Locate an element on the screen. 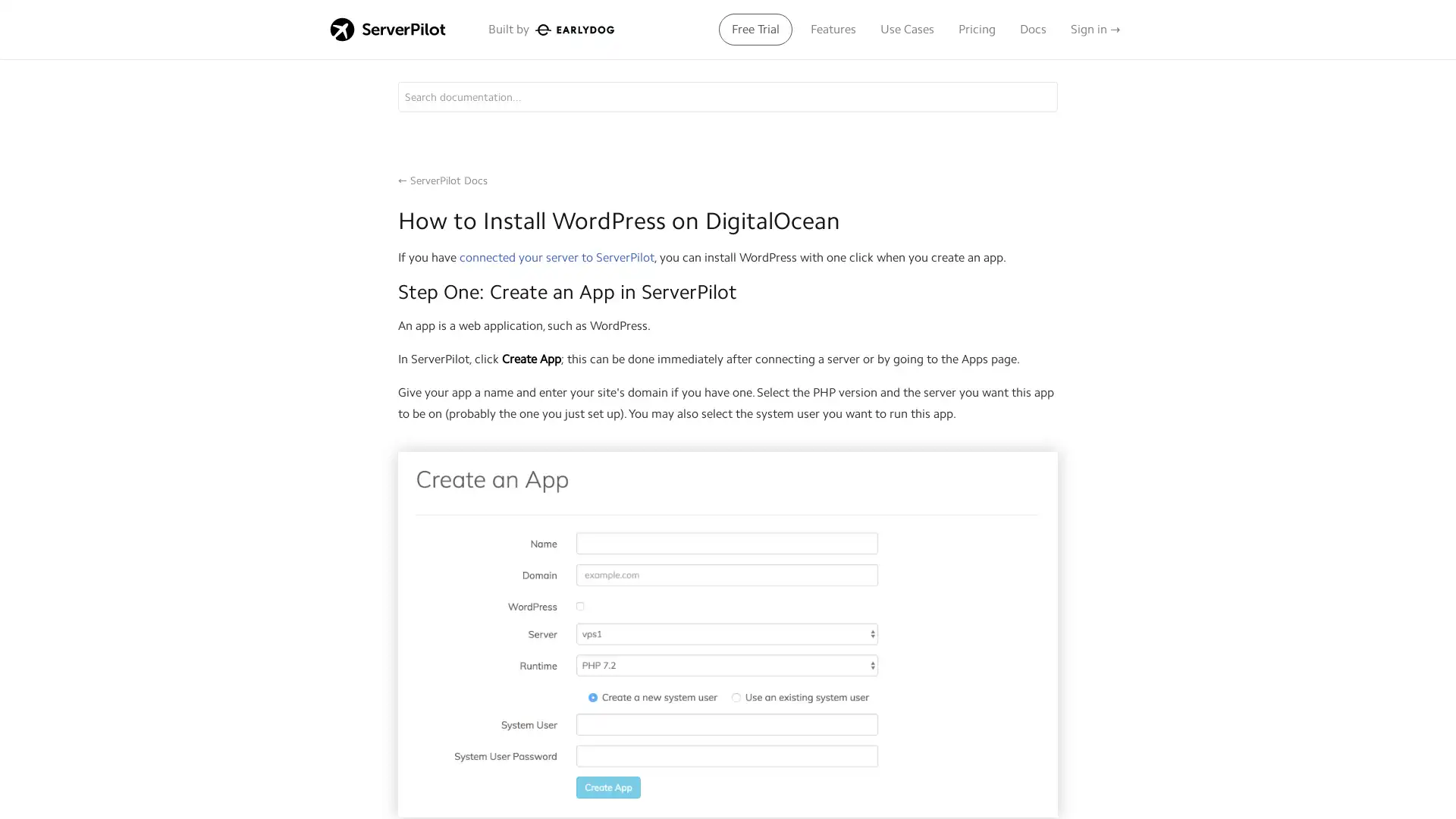 The image size is (1456, 819). Pricing is located at coordinates (977, 29).